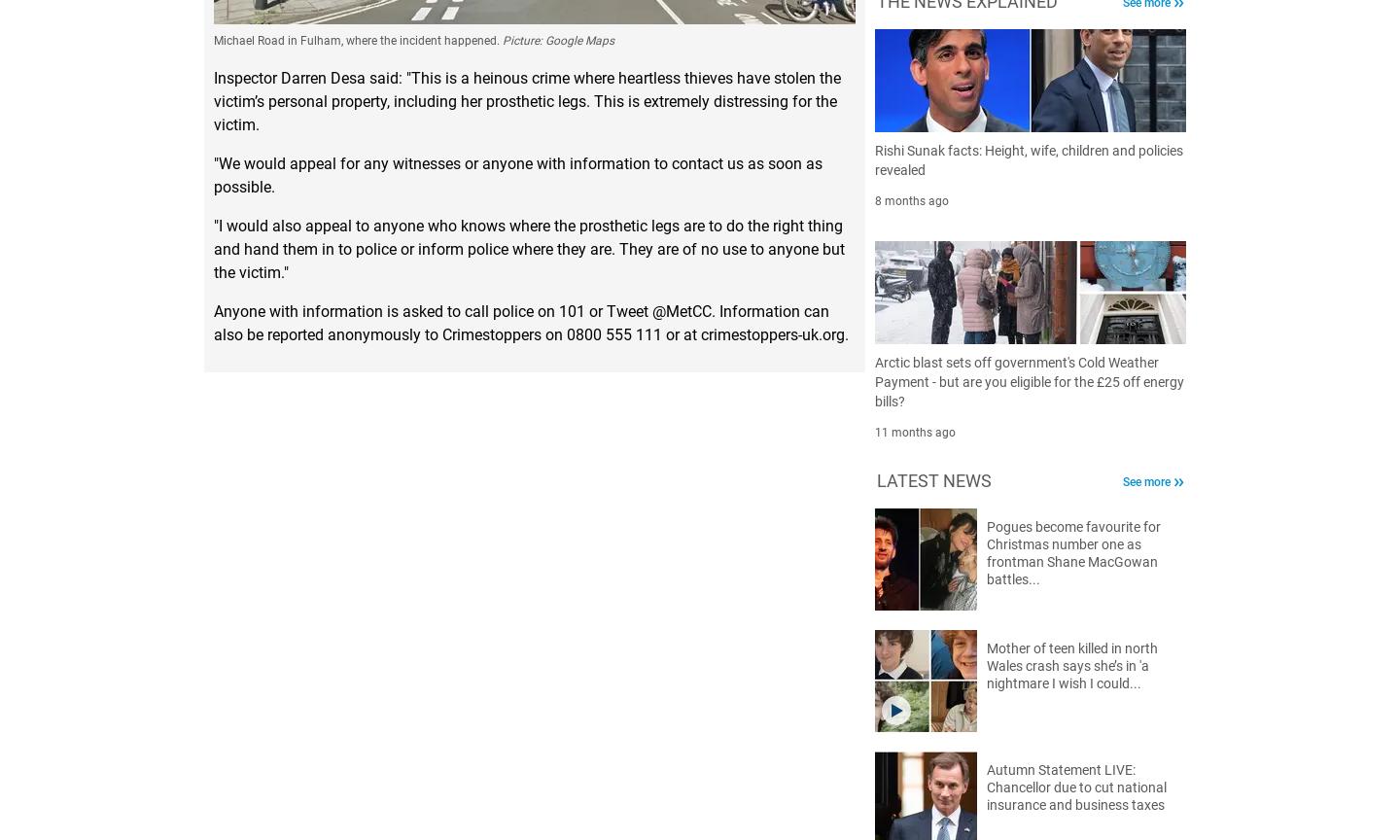  Describe the element at coordinates (1029, 381) in the screenshot. I see `'Arctic blast sets off government's Cold Weather Payment - but are you eligible for the £25 off energy bills?'` at that location.